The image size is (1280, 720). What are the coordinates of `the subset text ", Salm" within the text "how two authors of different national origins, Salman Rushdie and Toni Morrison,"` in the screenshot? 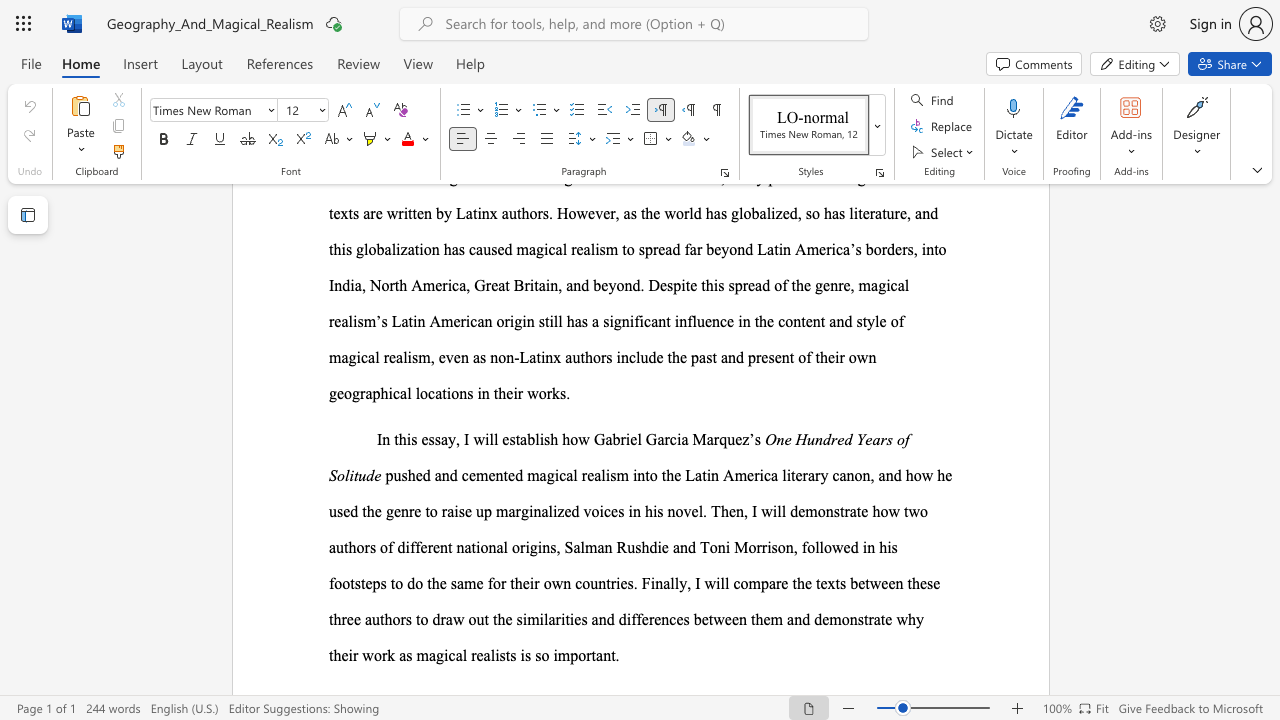 It's located at (556, 547).